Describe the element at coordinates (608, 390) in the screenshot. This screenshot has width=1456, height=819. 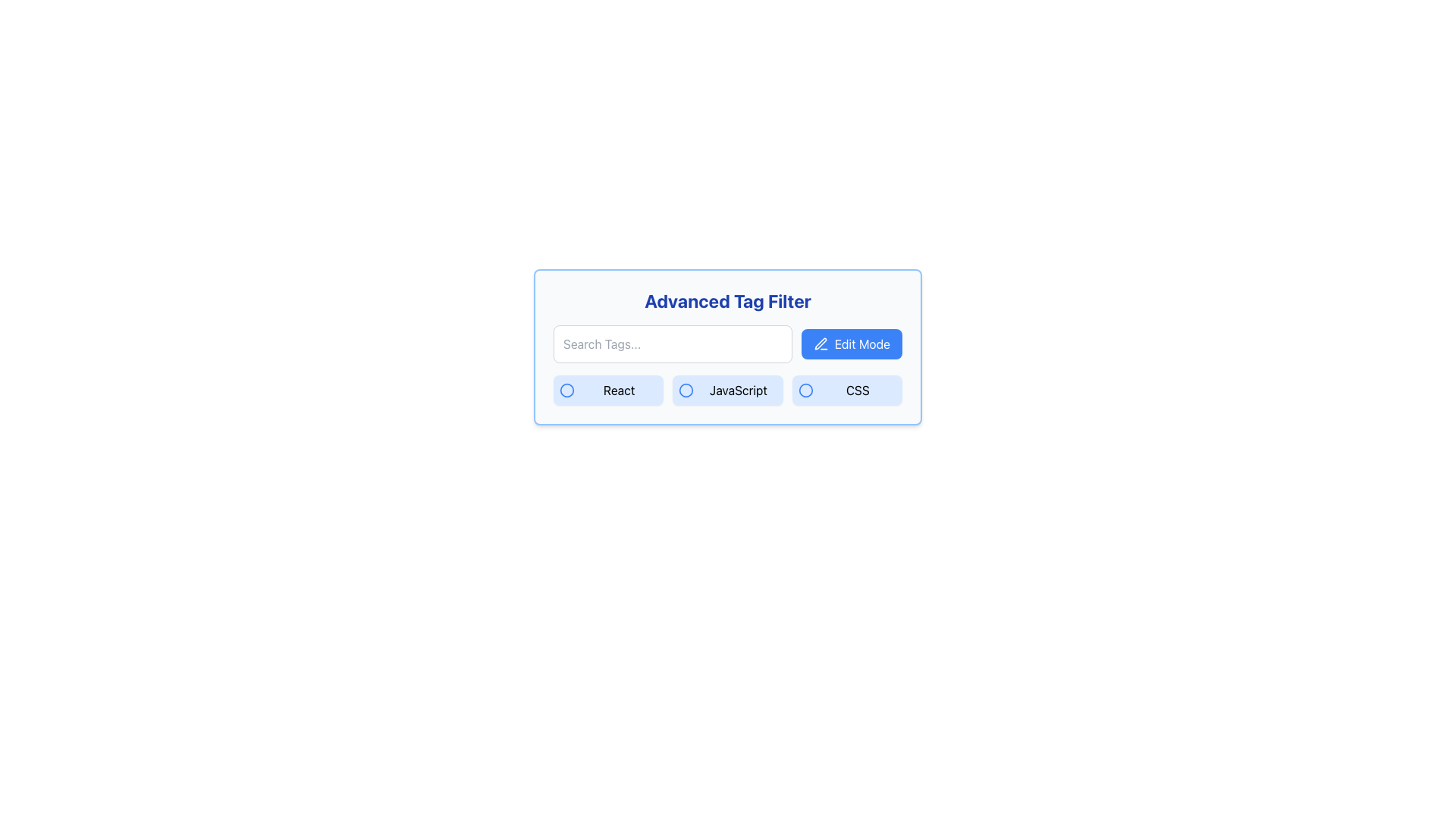
I see `to select the 'React' tag button, which is styled with a light blue background and is the first option in the grid of selectable tags` at that location.